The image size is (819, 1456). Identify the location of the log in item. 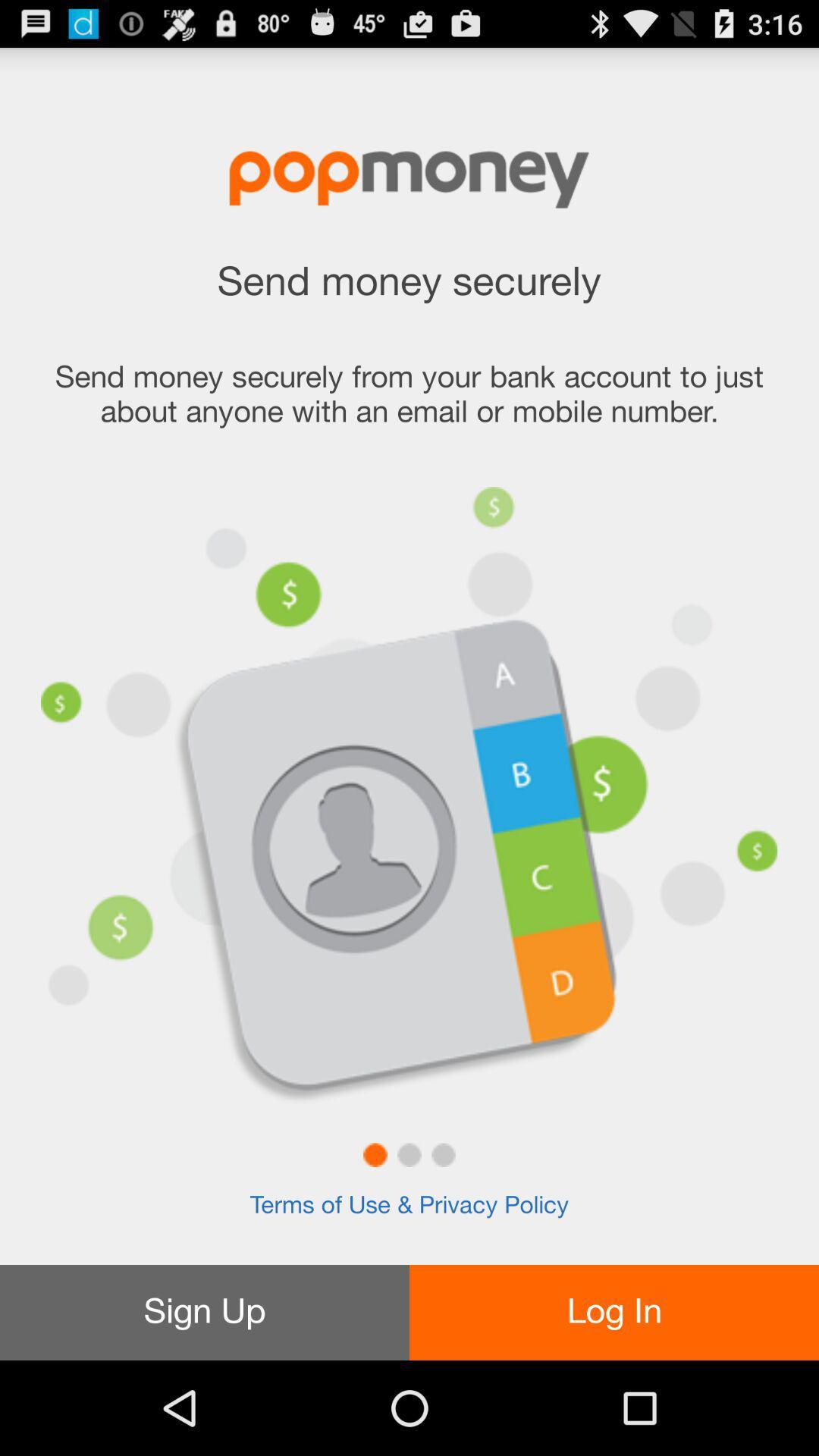
(614, 1312).